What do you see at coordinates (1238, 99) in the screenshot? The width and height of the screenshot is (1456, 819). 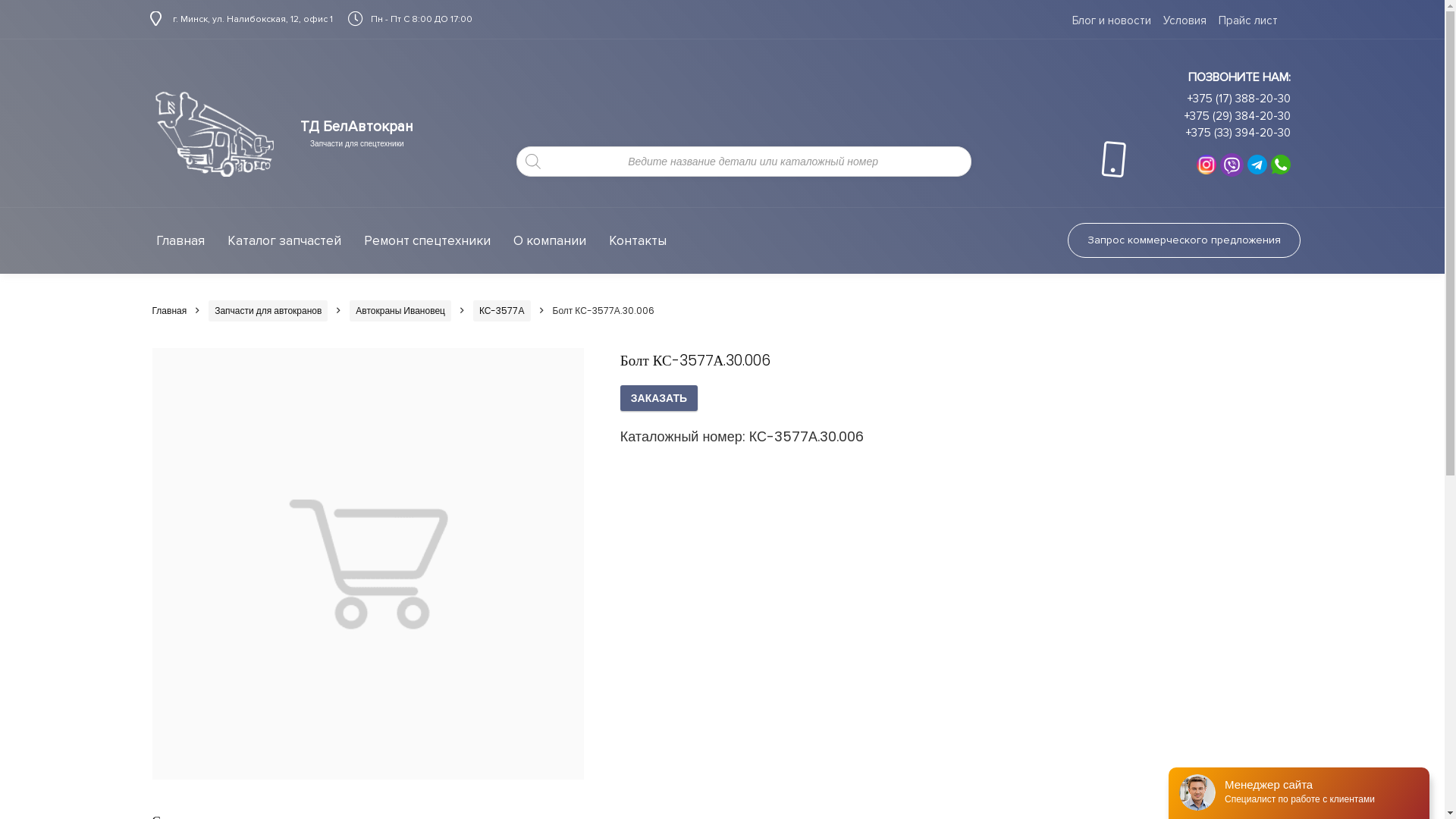 I see `'+375 (17) 388-20-30'` at bounding box center [1238, 99].